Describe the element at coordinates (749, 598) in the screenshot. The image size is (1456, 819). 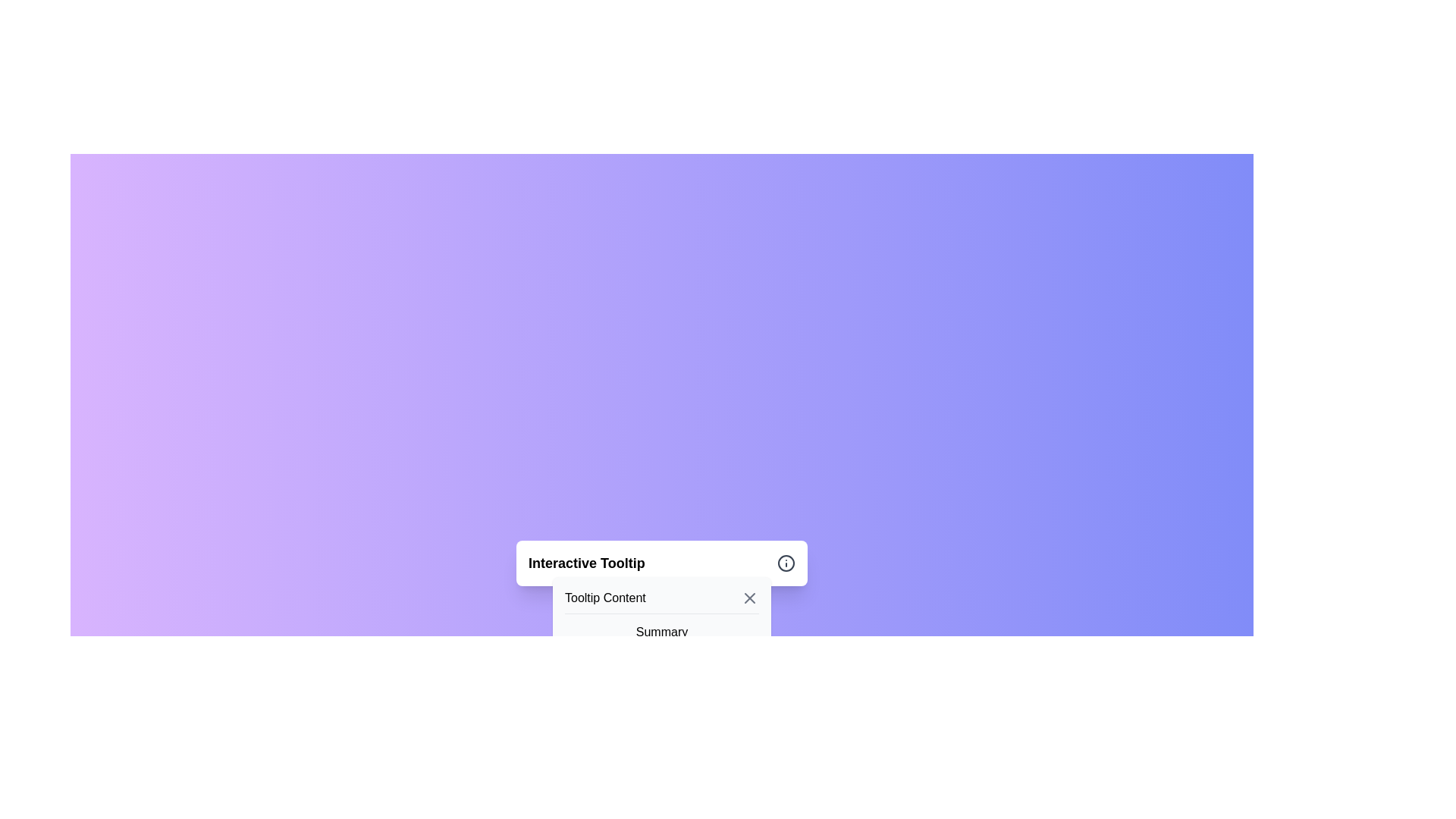
I see `the close or dismiss button, which is a cross-shaped icon located within a modal or tooltip component, positioned to the right of the 'Tooltip Content' text label` at that location.